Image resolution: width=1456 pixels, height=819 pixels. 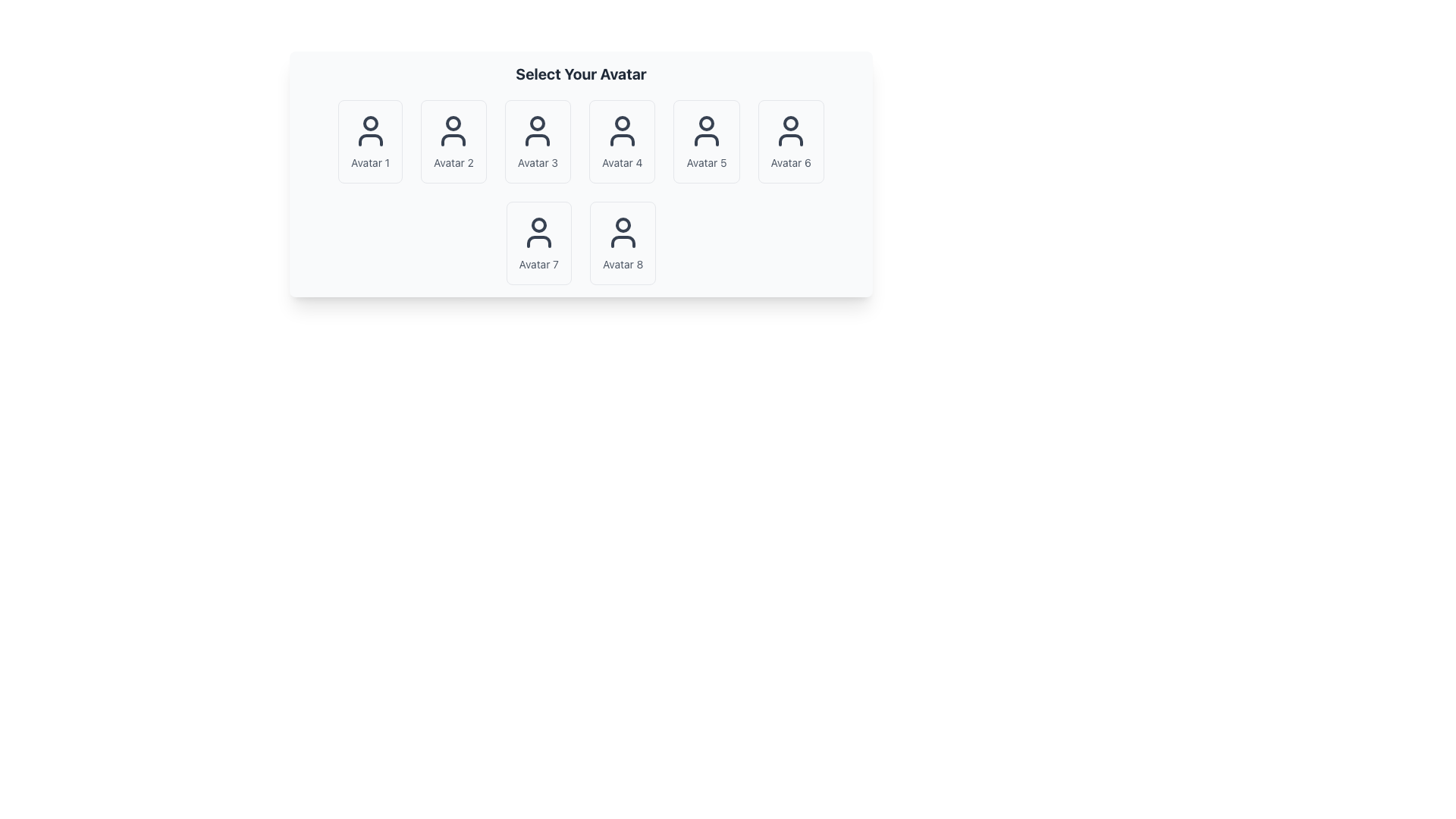 I want to click on the circular graphic component embedded within the 6th avatar icon in the grid layout, so click(x=790, y=122).